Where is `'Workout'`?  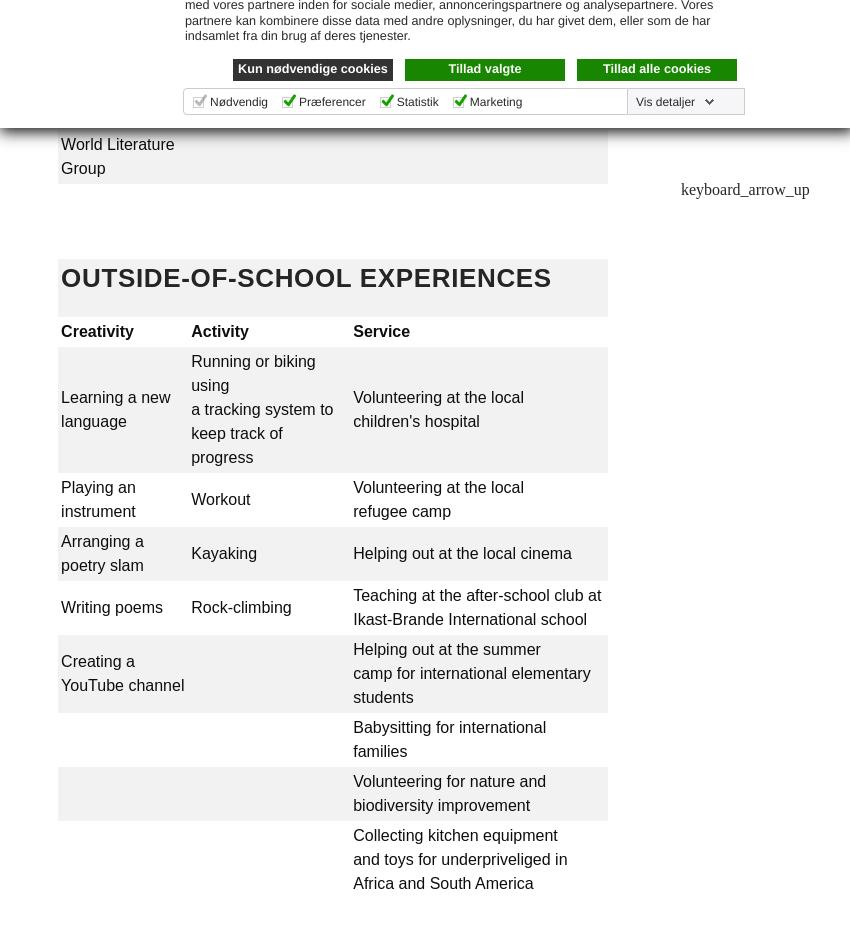
'Workout' is located at coordinates (220, 498).